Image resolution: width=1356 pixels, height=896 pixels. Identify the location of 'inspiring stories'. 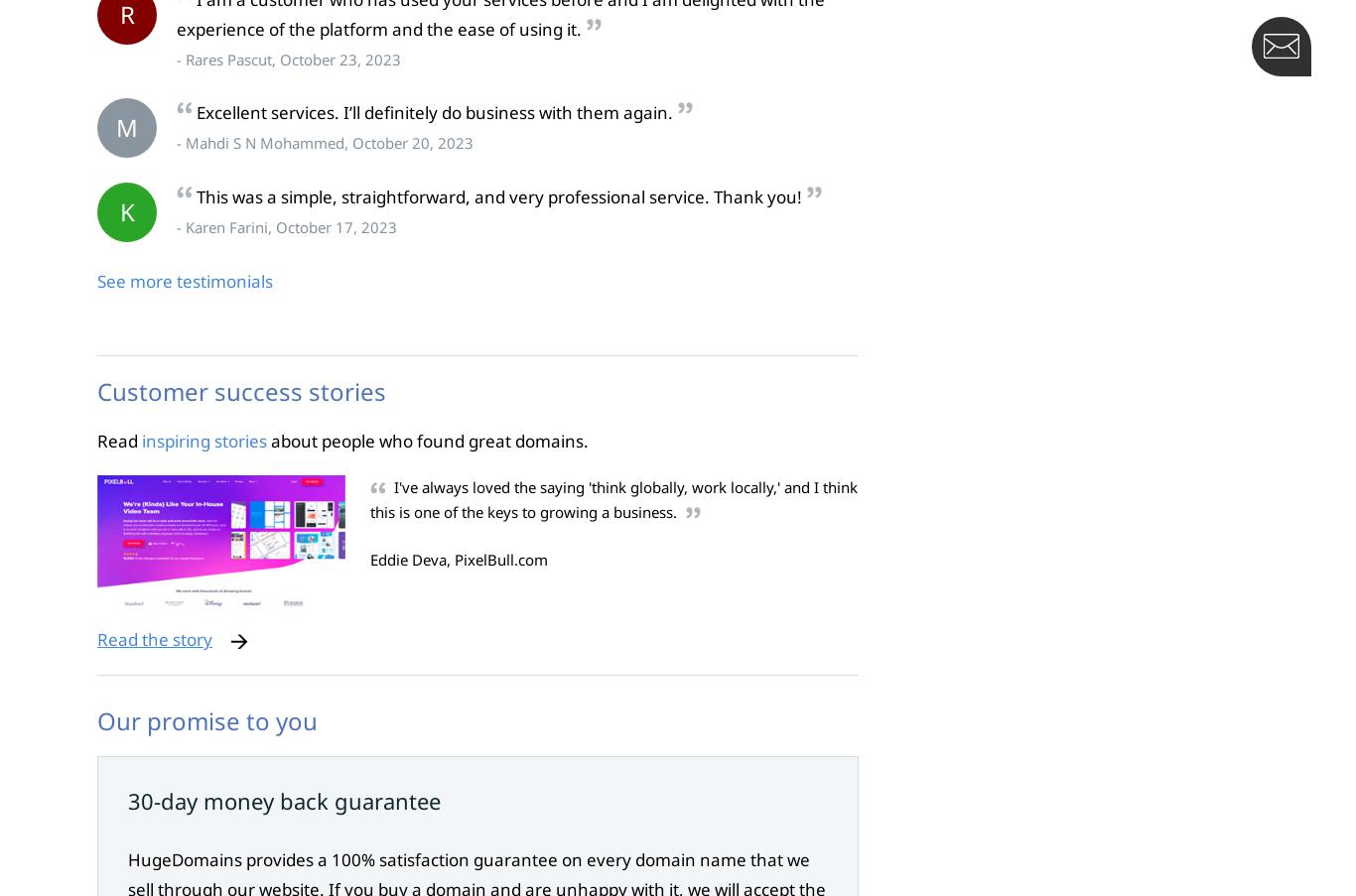
(203, 439).